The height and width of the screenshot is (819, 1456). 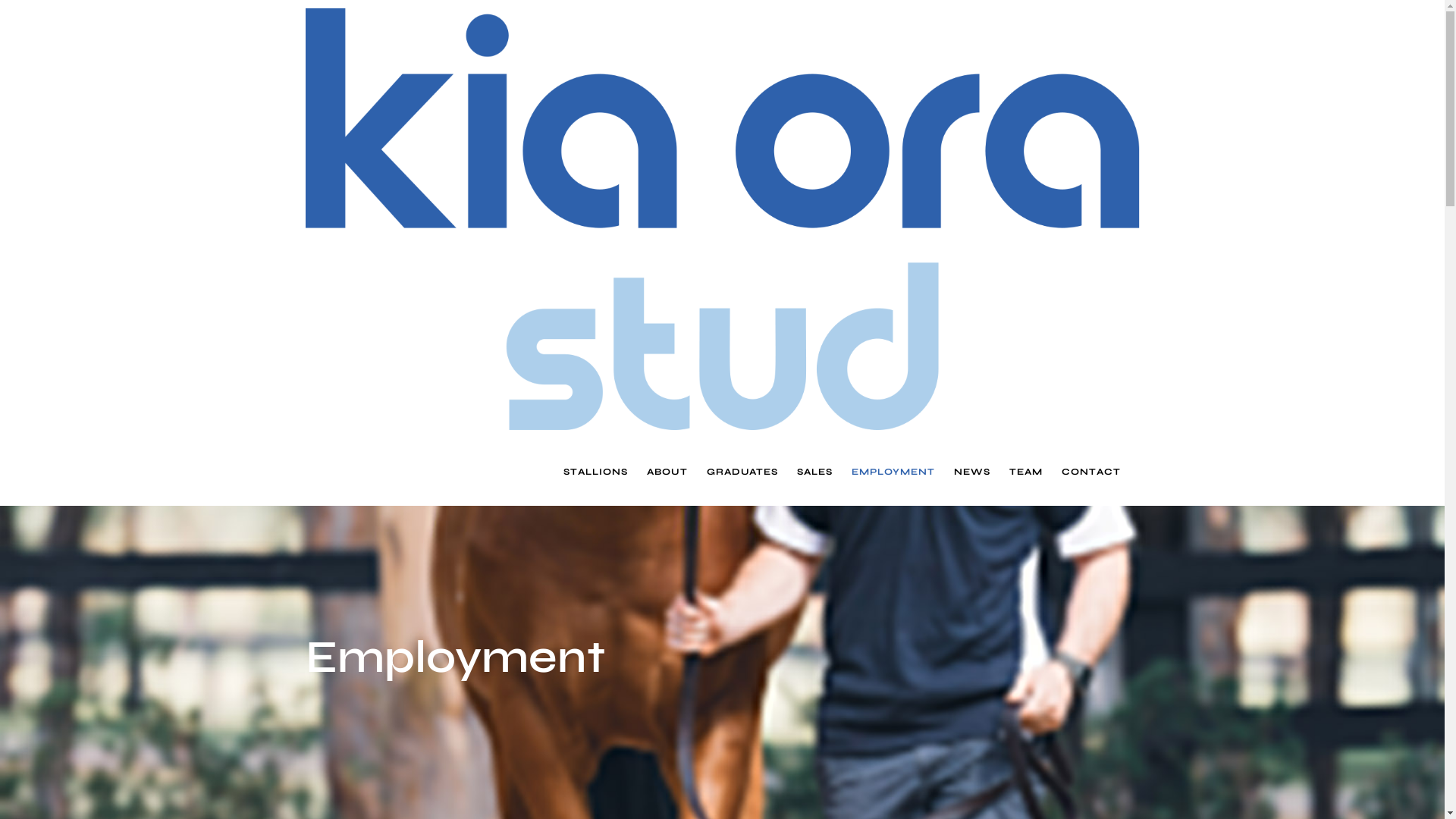 What do you see at coordinates (813, 470) in the screenshot?
I see `'SALES'` at bounding box center [813, 470].